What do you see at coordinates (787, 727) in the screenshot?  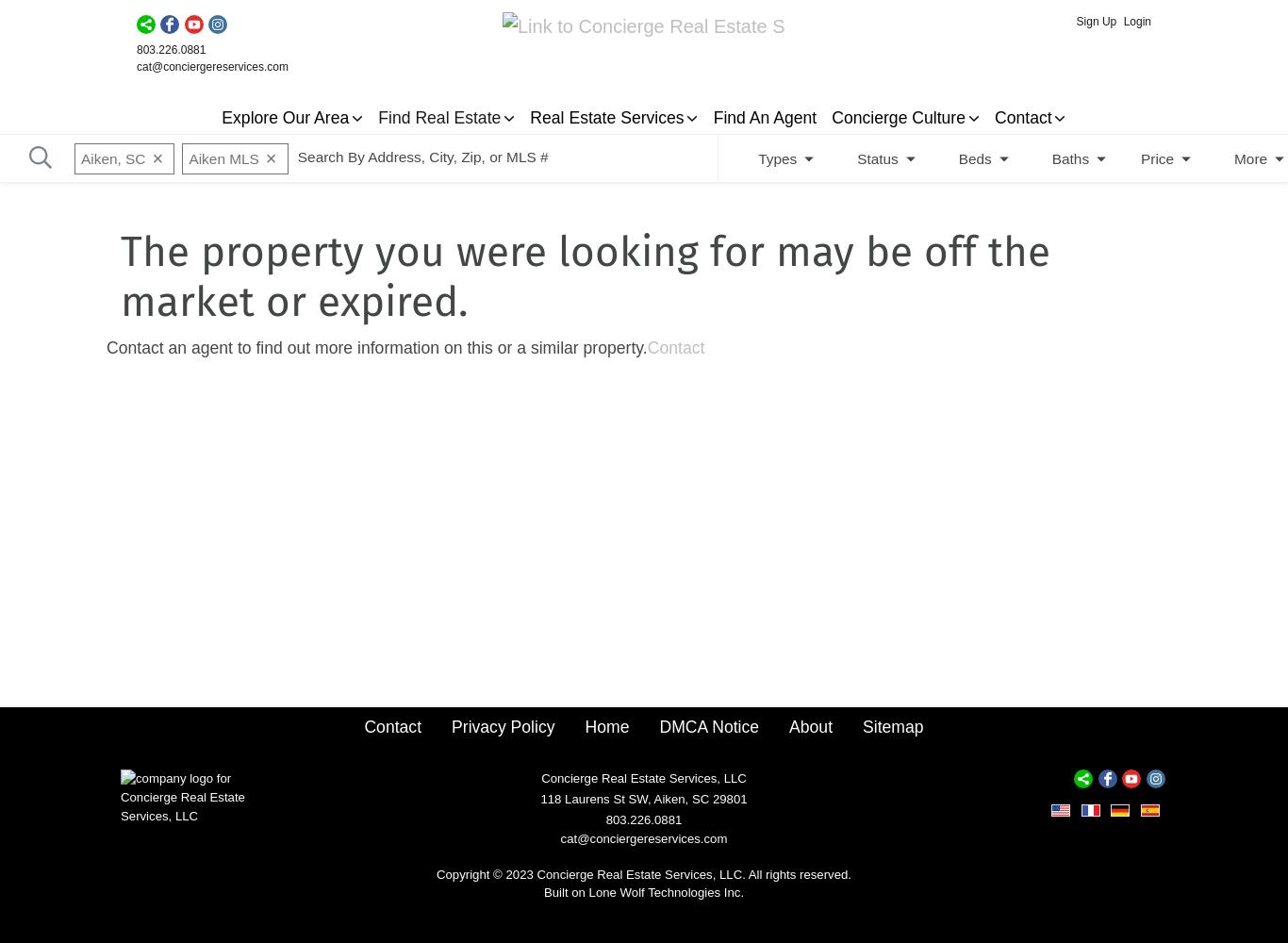 I see `'About'` at bounding box center [787, 727].